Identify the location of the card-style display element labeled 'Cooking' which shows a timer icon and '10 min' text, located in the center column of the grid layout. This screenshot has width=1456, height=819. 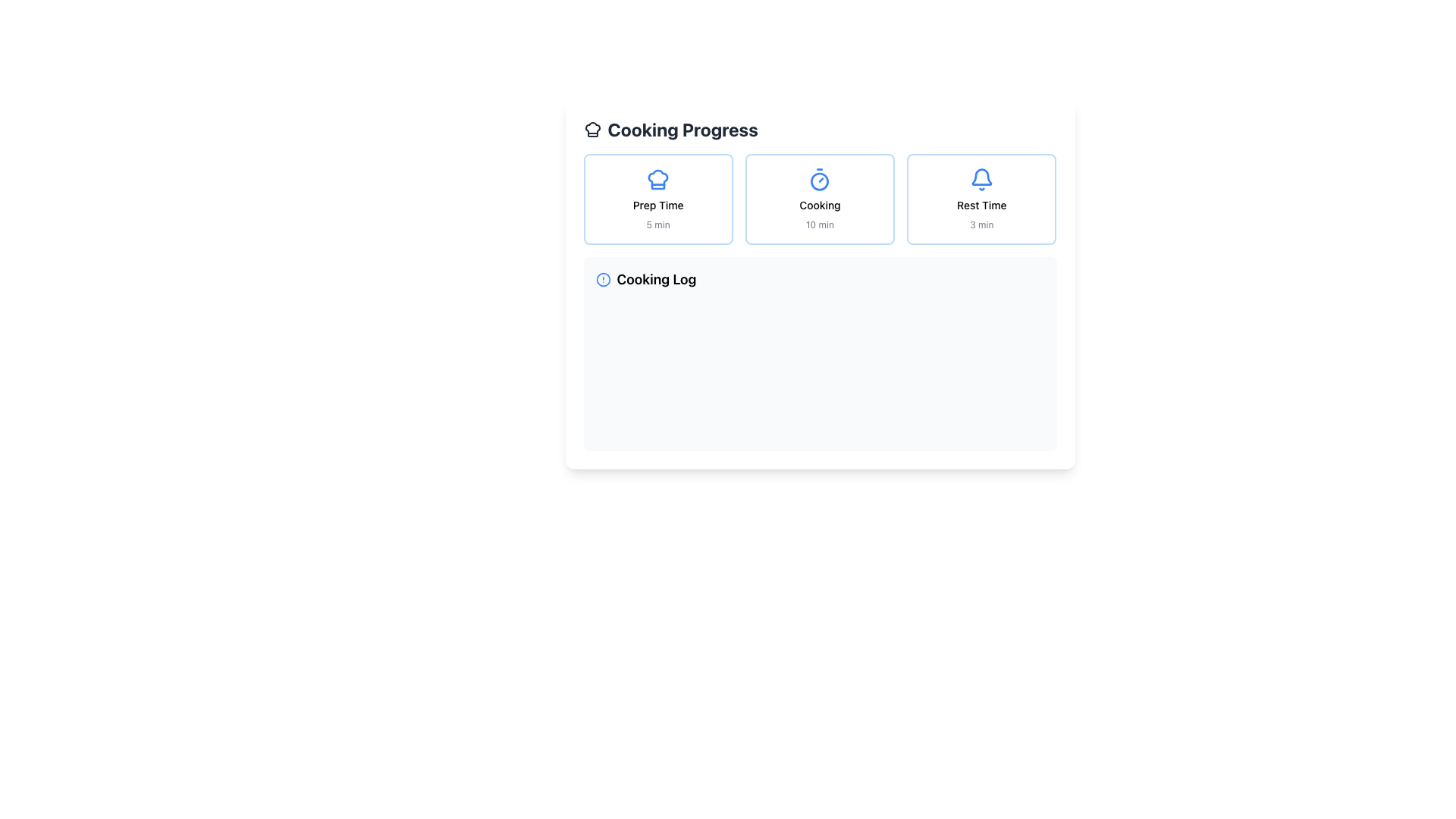
(819, 198).